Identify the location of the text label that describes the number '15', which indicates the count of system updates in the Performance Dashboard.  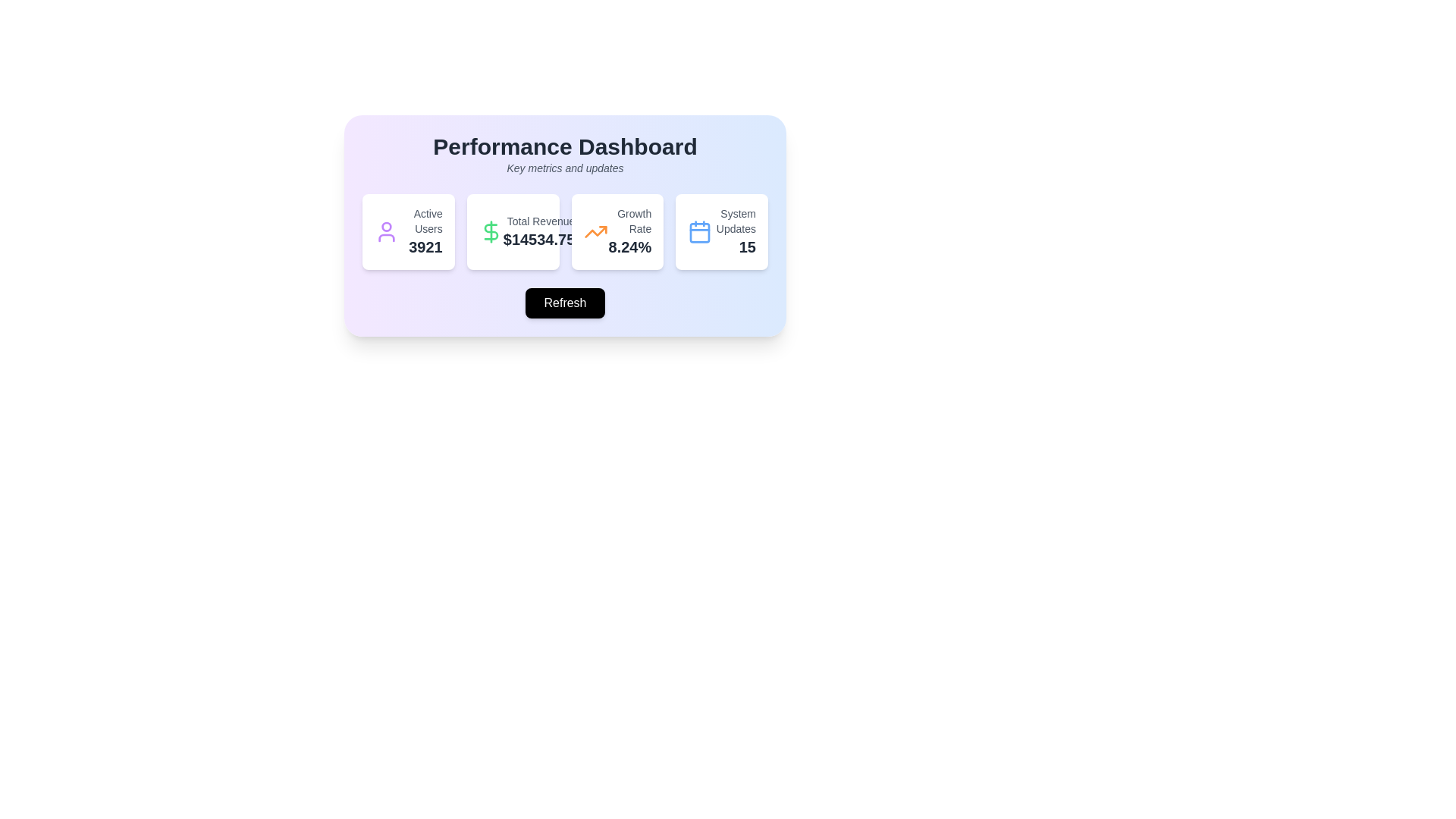
(734, 221).